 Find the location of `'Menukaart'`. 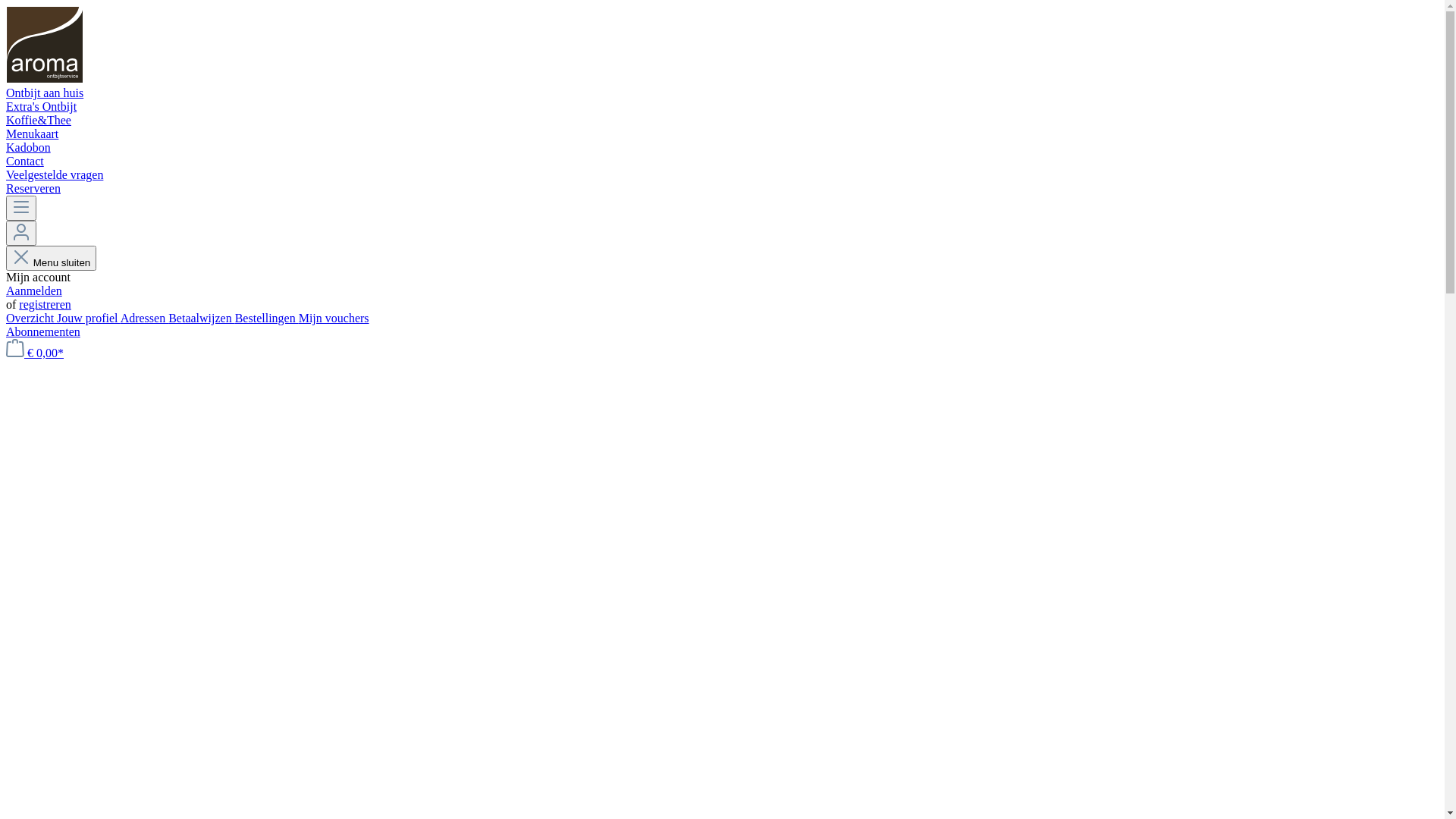

'Menukaart' is located at coordinates (6, 133).